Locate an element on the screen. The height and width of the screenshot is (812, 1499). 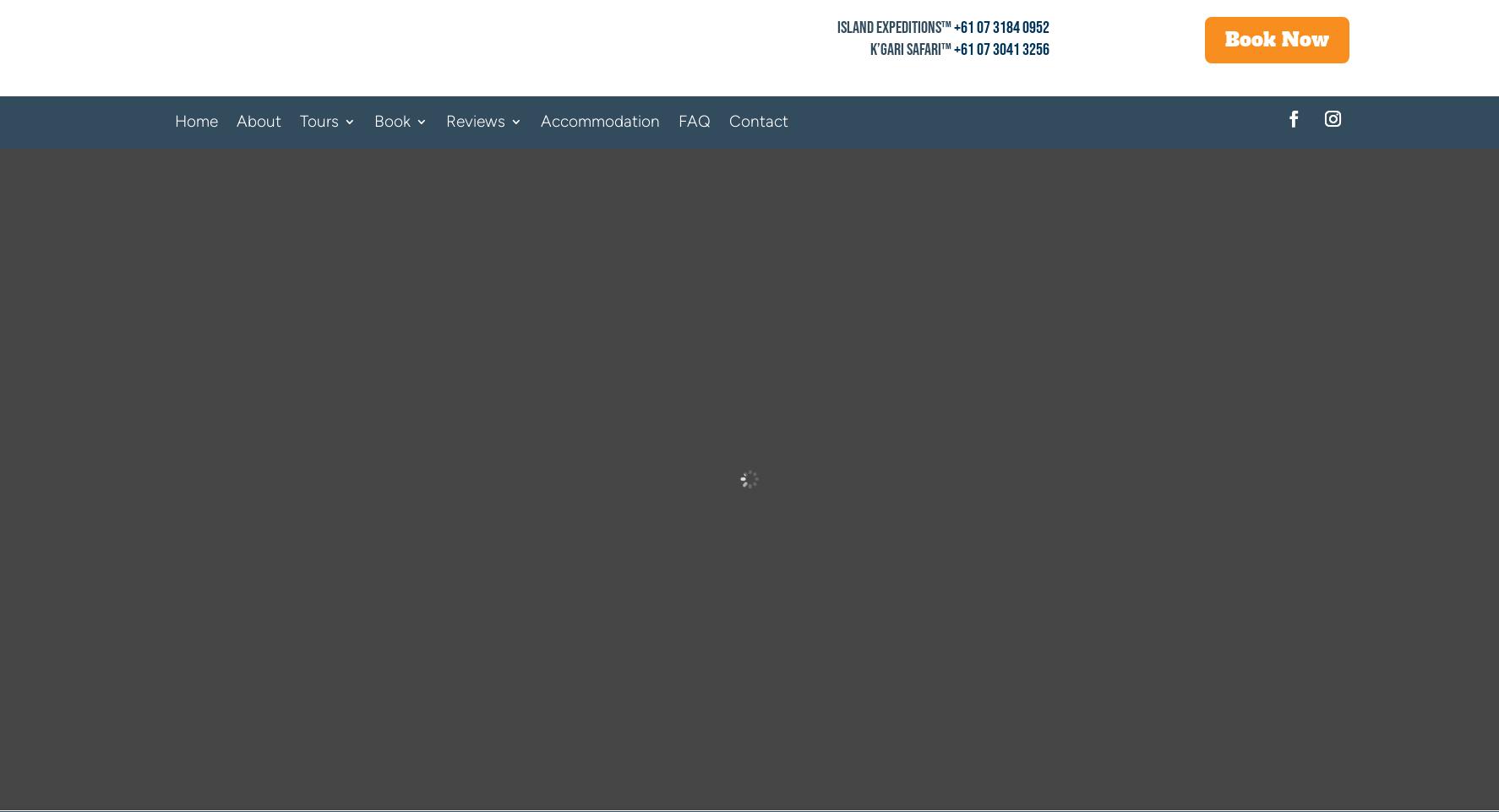
'+61 07 3041 3256' is located at coordinates (1000, 50).